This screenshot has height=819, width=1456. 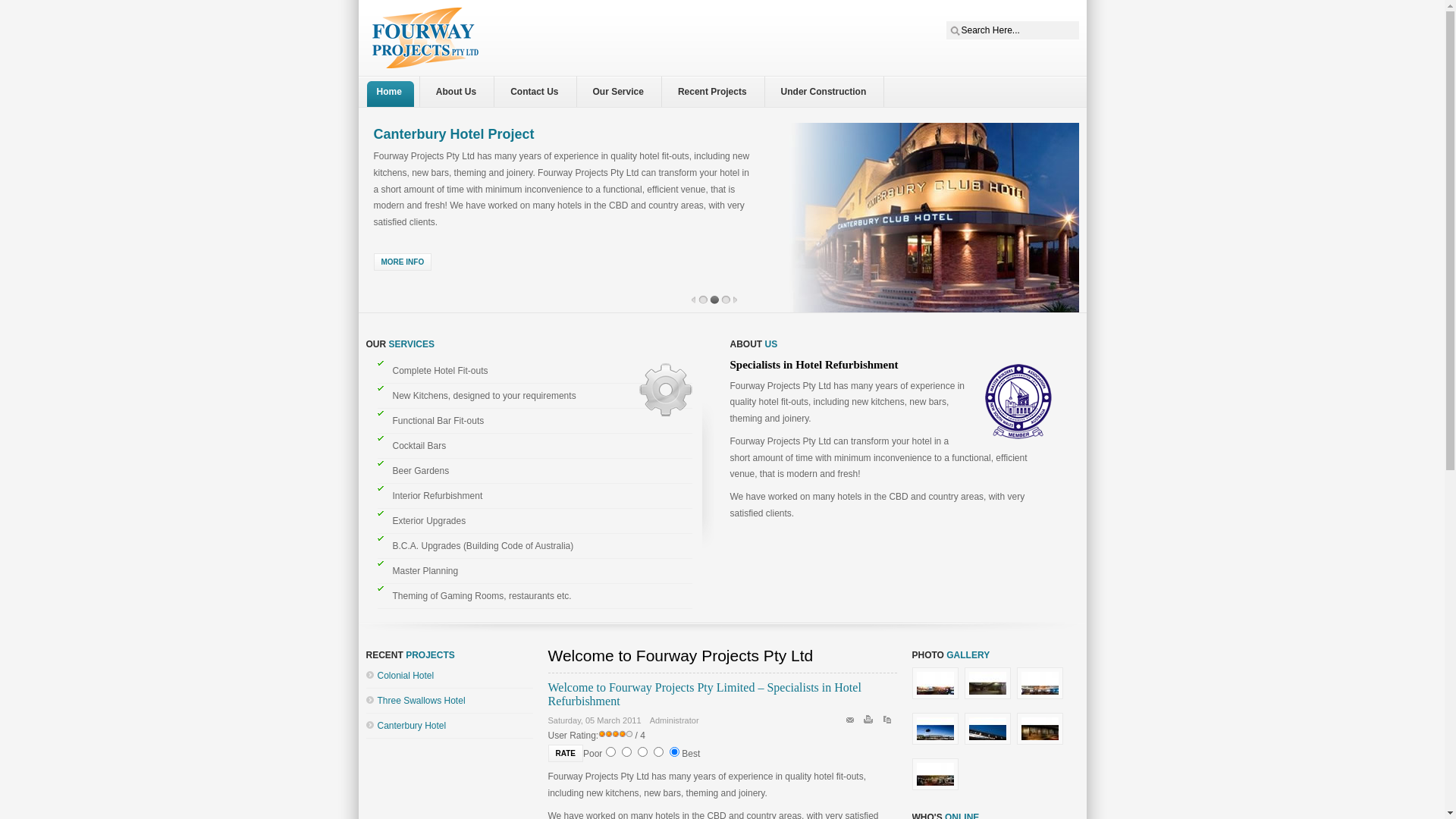 What do you see at coordinates (870, 721) in the screenshot?
I see `'Print'` at bounding box center [870, 721].